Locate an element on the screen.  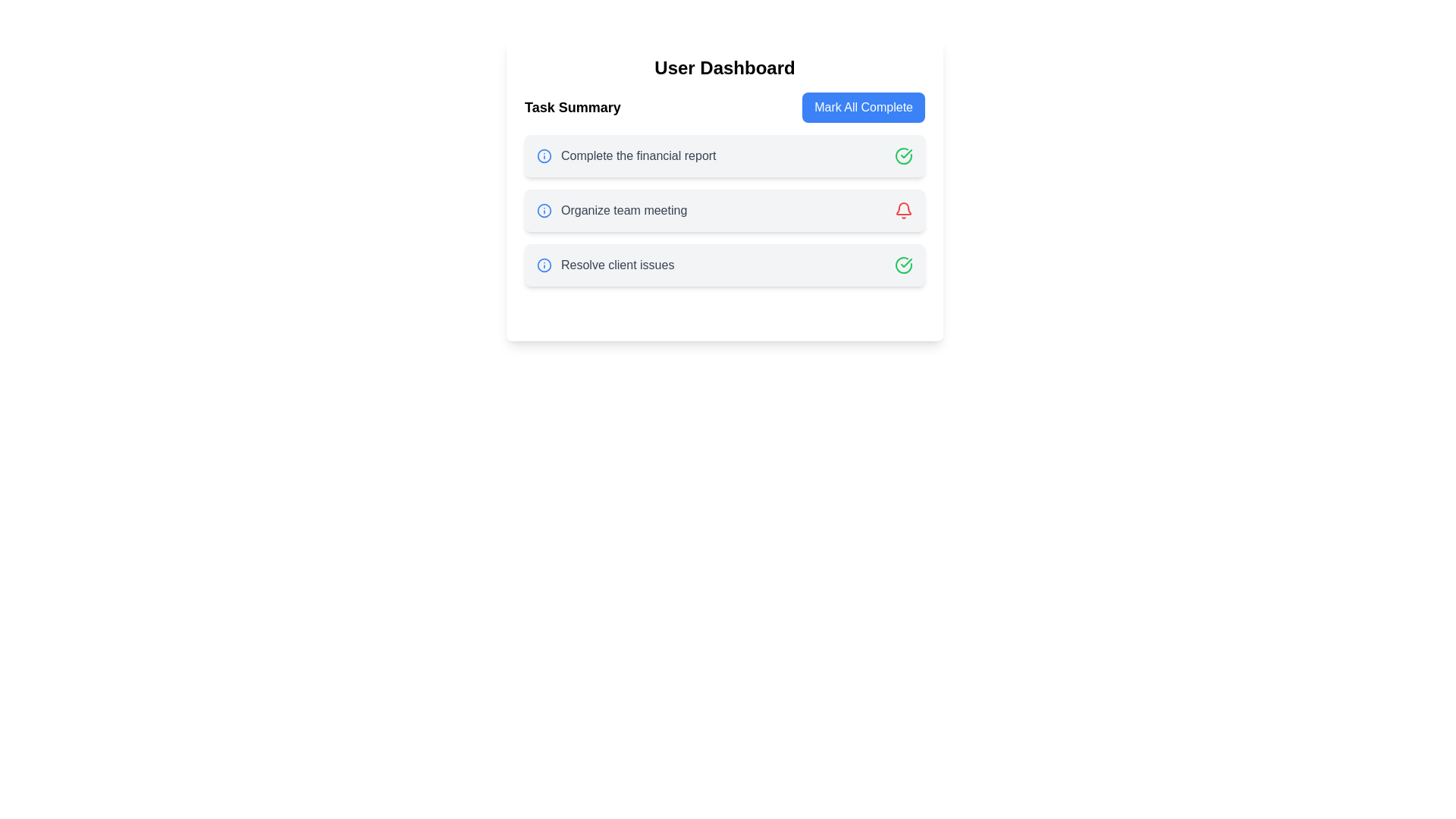
the text label displaying 'Complete the financial report' in the Task Summary section of the user dashboard is located at coordinates (639, 155).